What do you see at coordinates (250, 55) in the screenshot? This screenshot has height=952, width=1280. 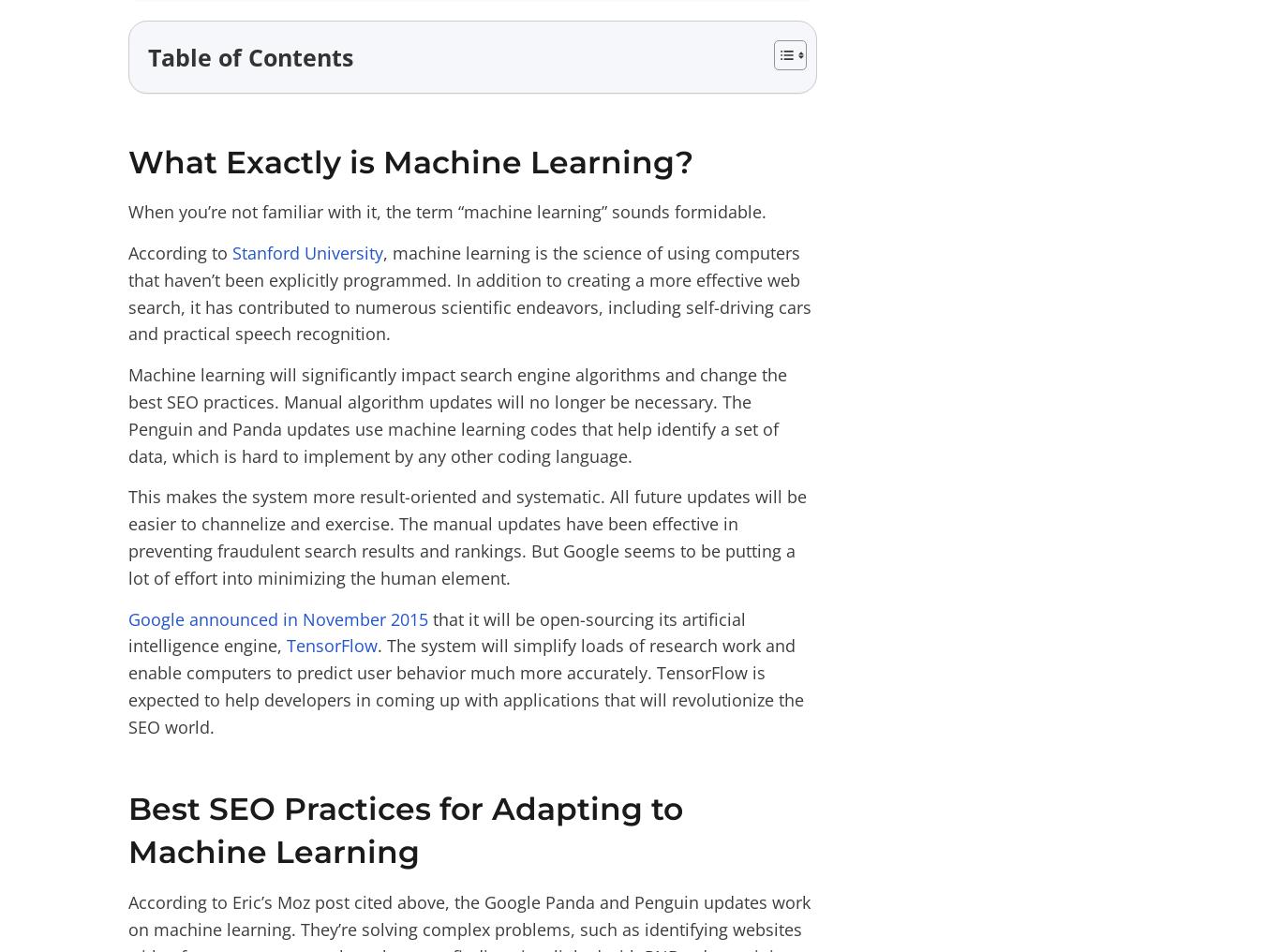 I see `'Table of Contents'` at bounding box center [250, 55].